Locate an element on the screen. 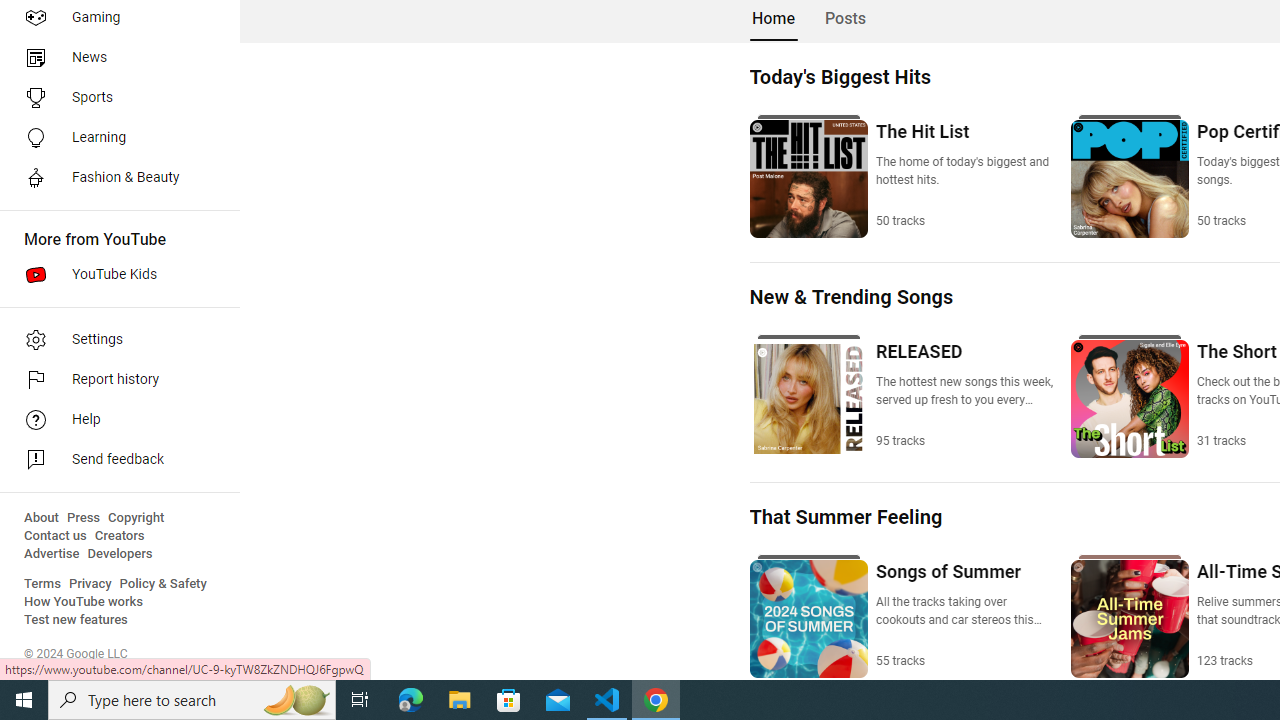  'Today' is located at coordinates (839, 76).